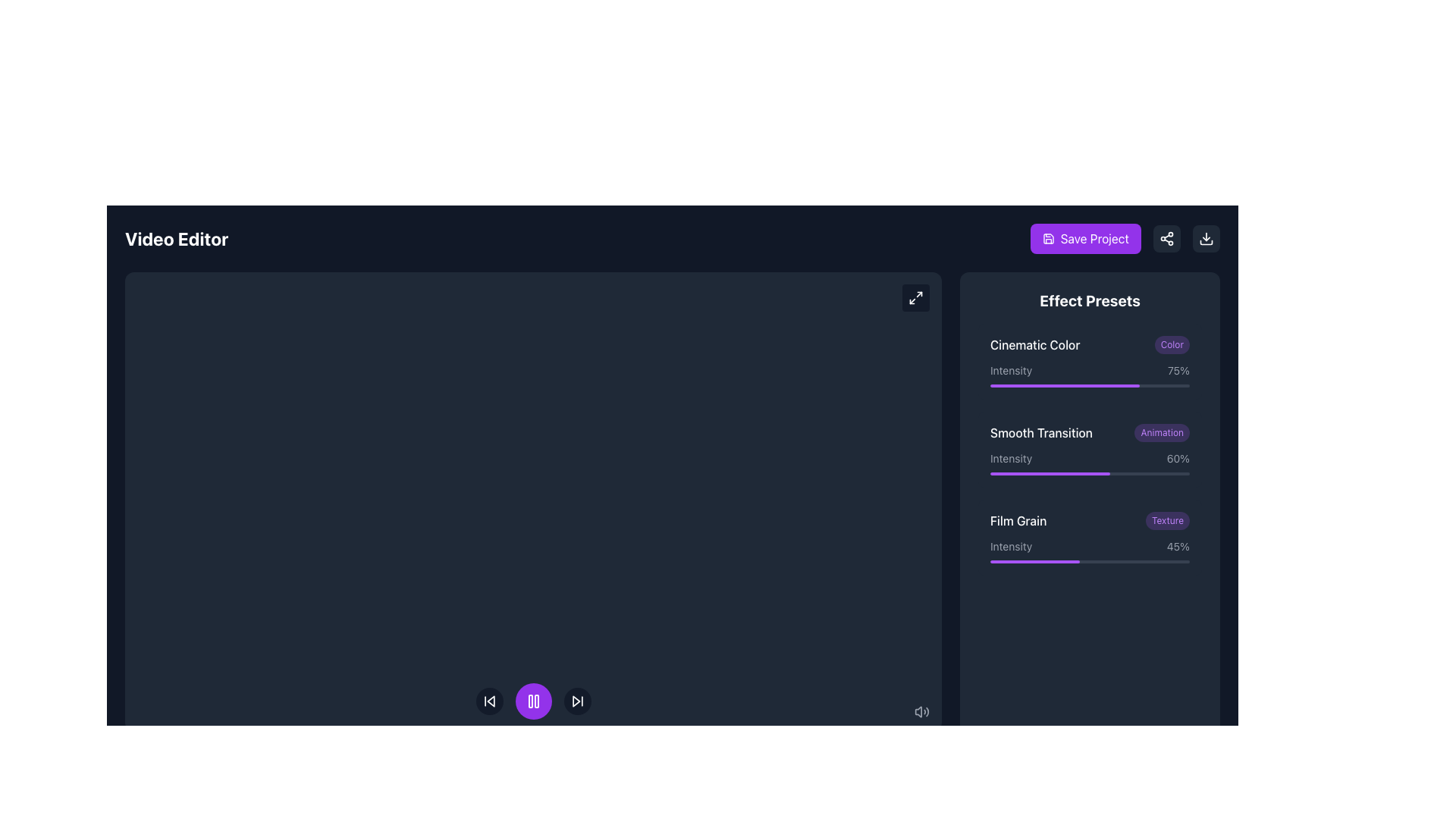 The height and width of the screenshot is (819, 1456). I want to click on the text label for the 'Cinematic Color' effect preset, which is positioned near the top of the 'Effect Presets' panel and aligned with a purple circular badge labeled 'Color', so click(1034, 345).